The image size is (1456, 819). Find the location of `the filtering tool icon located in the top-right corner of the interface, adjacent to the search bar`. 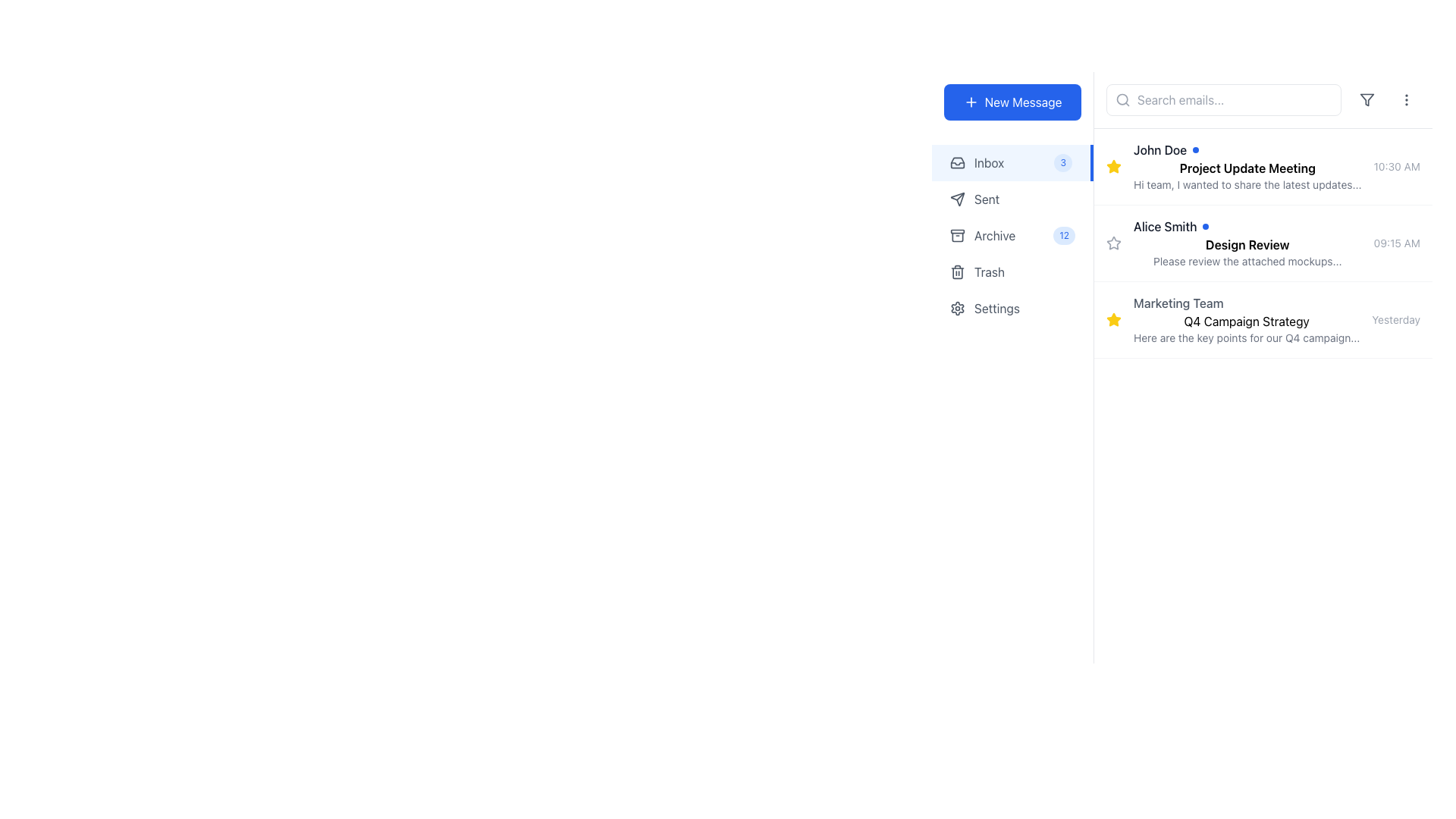

the filtering tool icon located in the top-right corner of the interface, adjacent to the search bar is located at coordinates (1367, 99).